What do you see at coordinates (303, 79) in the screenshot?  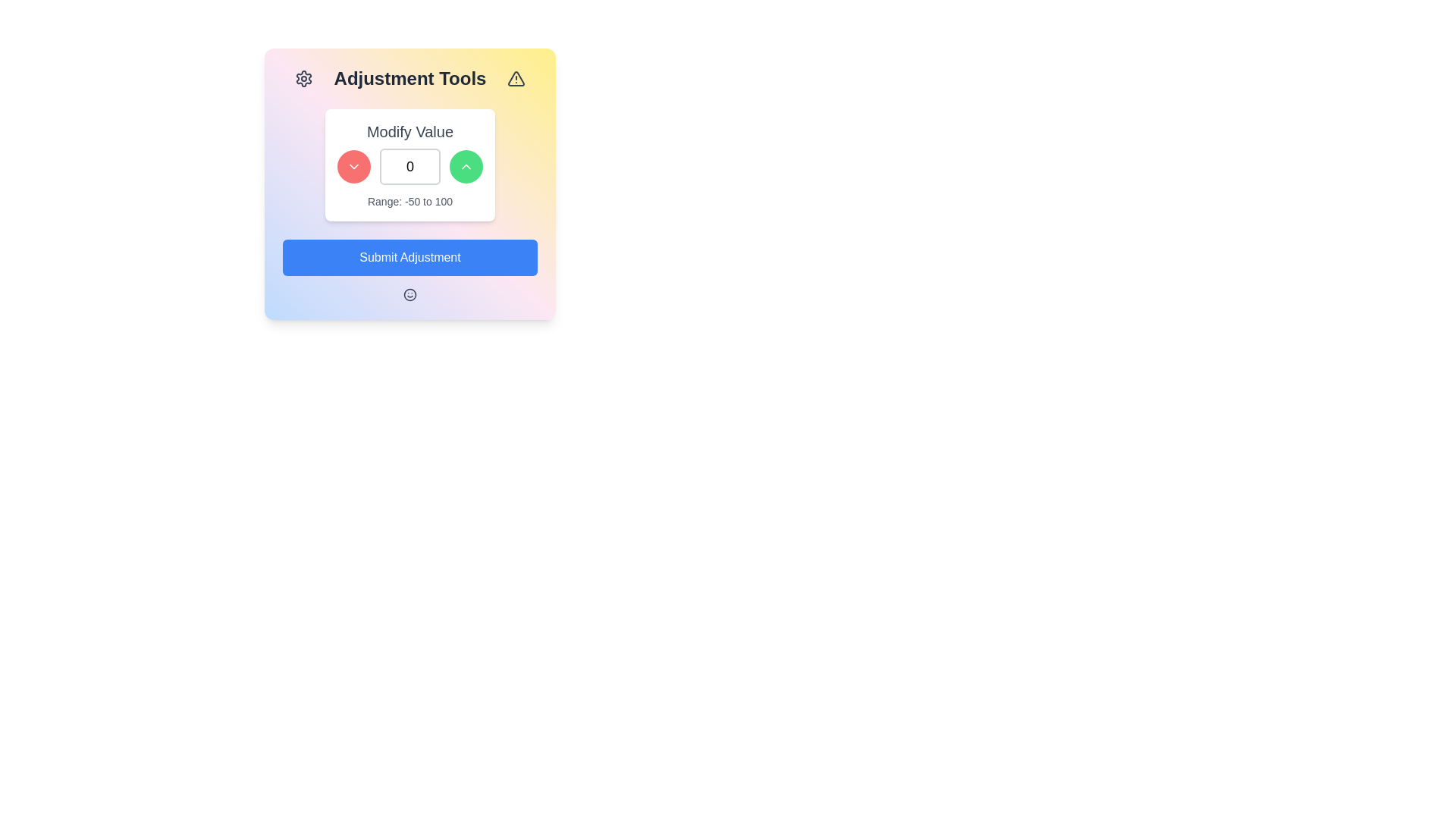 I see `the settings icon button located` at bounding box center [303, 79].